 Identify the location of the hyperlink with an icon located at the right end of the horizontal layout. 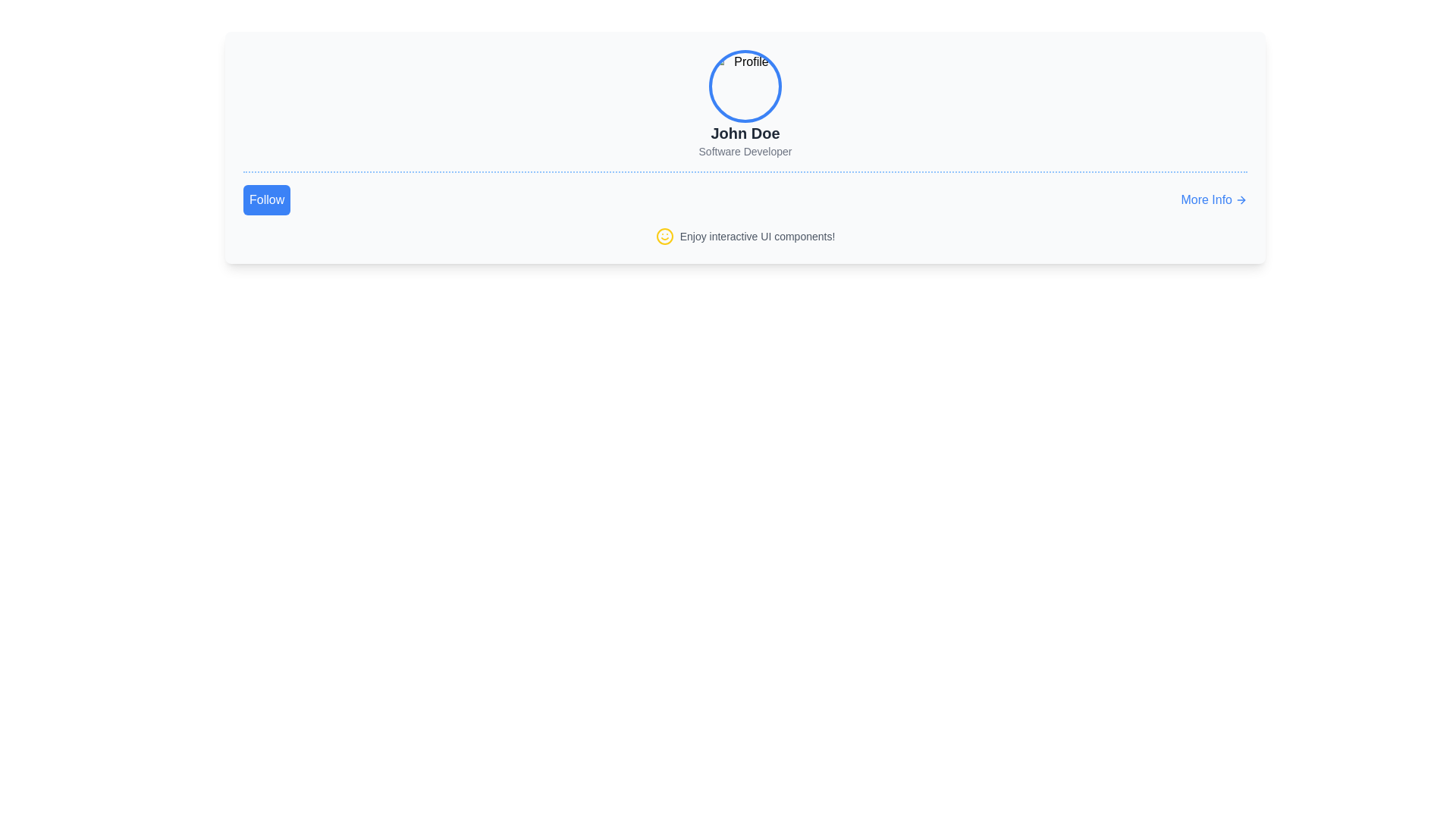
(1214, 199).